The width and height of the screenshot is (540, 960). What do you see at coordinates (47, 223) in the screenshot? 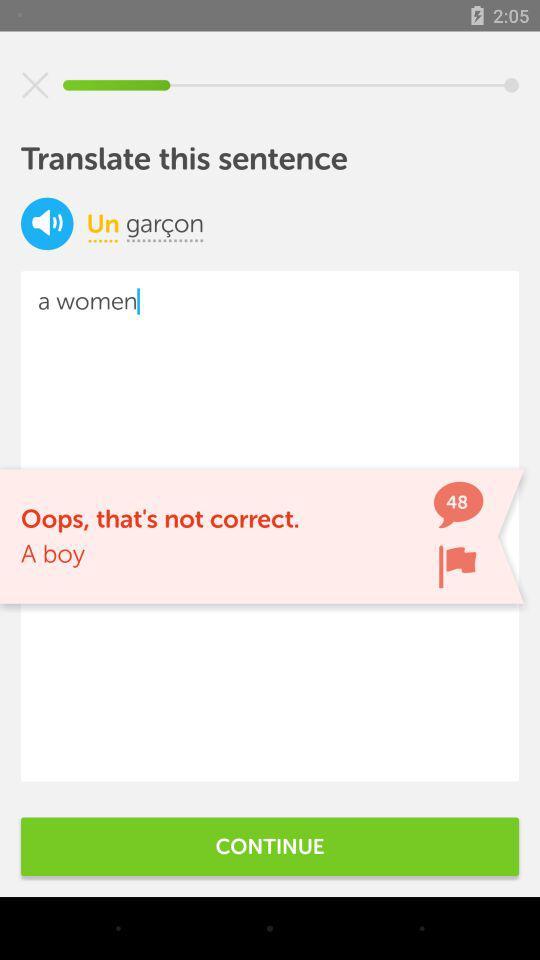
I see `the volume icon` at bounding box center [47, 223].